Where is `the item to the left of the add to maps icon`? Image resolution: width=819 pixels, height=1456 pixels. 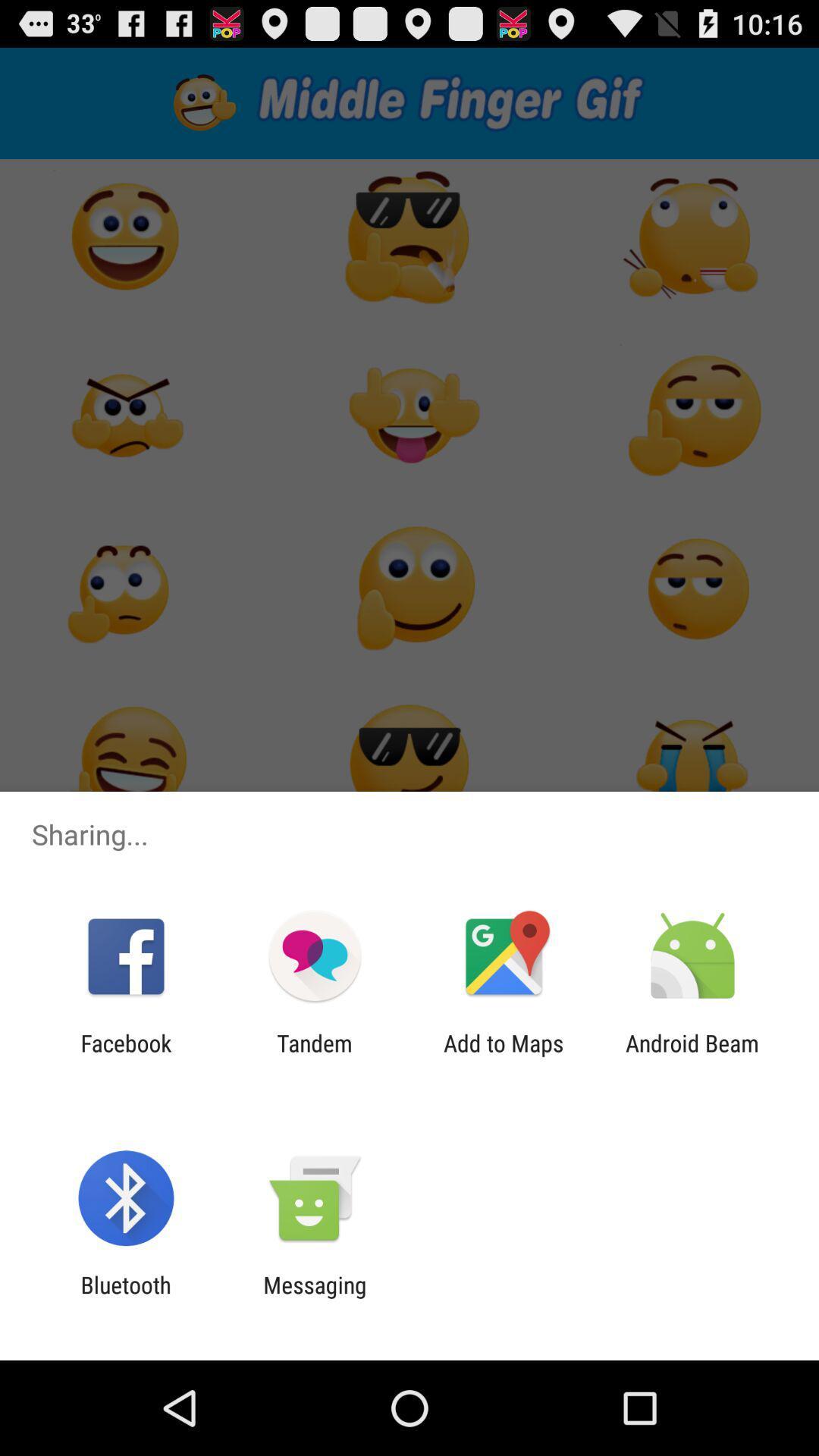 the item to the left of the add to maps icon is located at coordinates (314, 1056).